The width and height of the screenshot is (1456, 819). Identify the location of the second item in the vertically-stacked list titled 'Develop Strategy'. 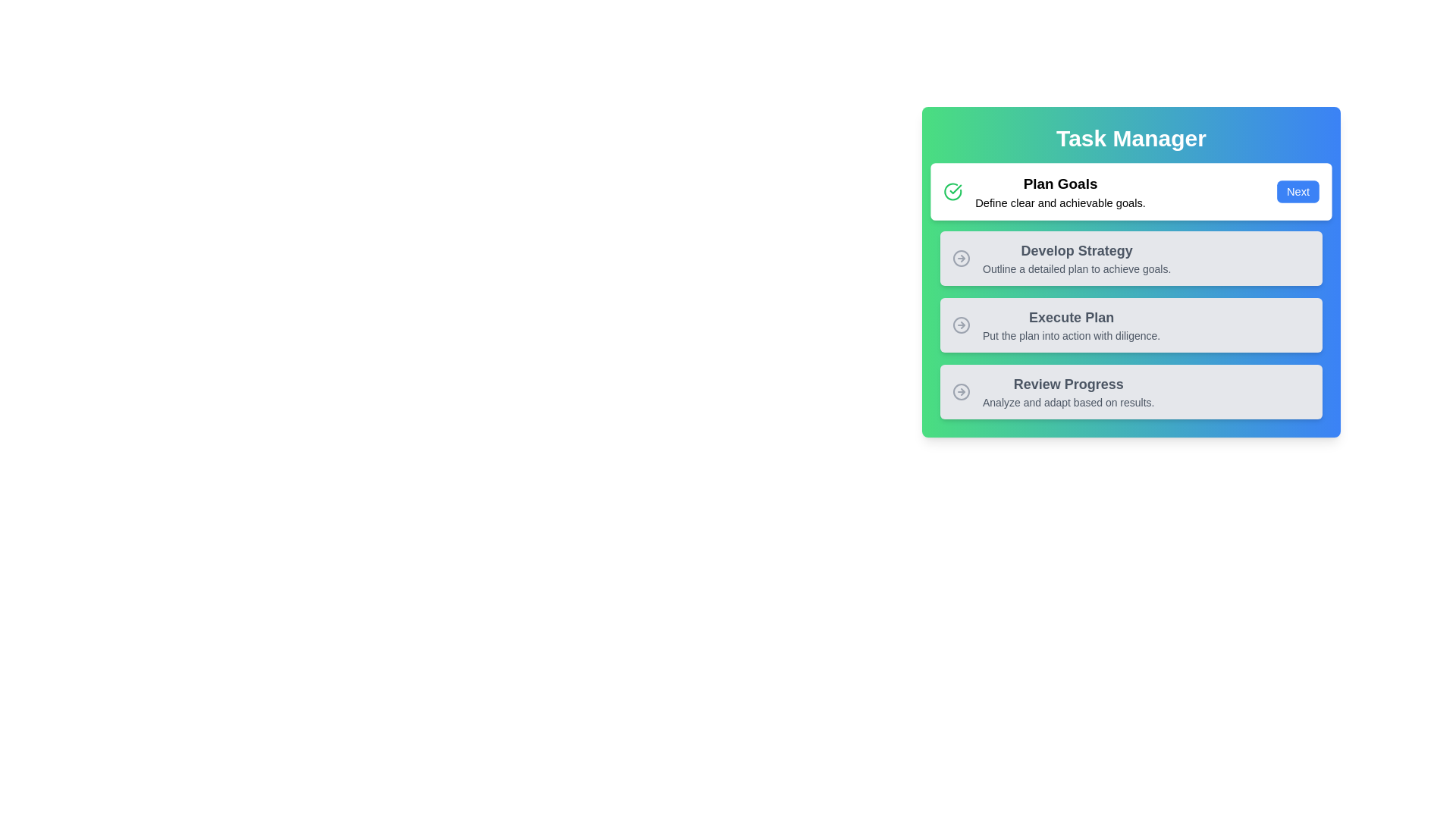
(1131, 292).